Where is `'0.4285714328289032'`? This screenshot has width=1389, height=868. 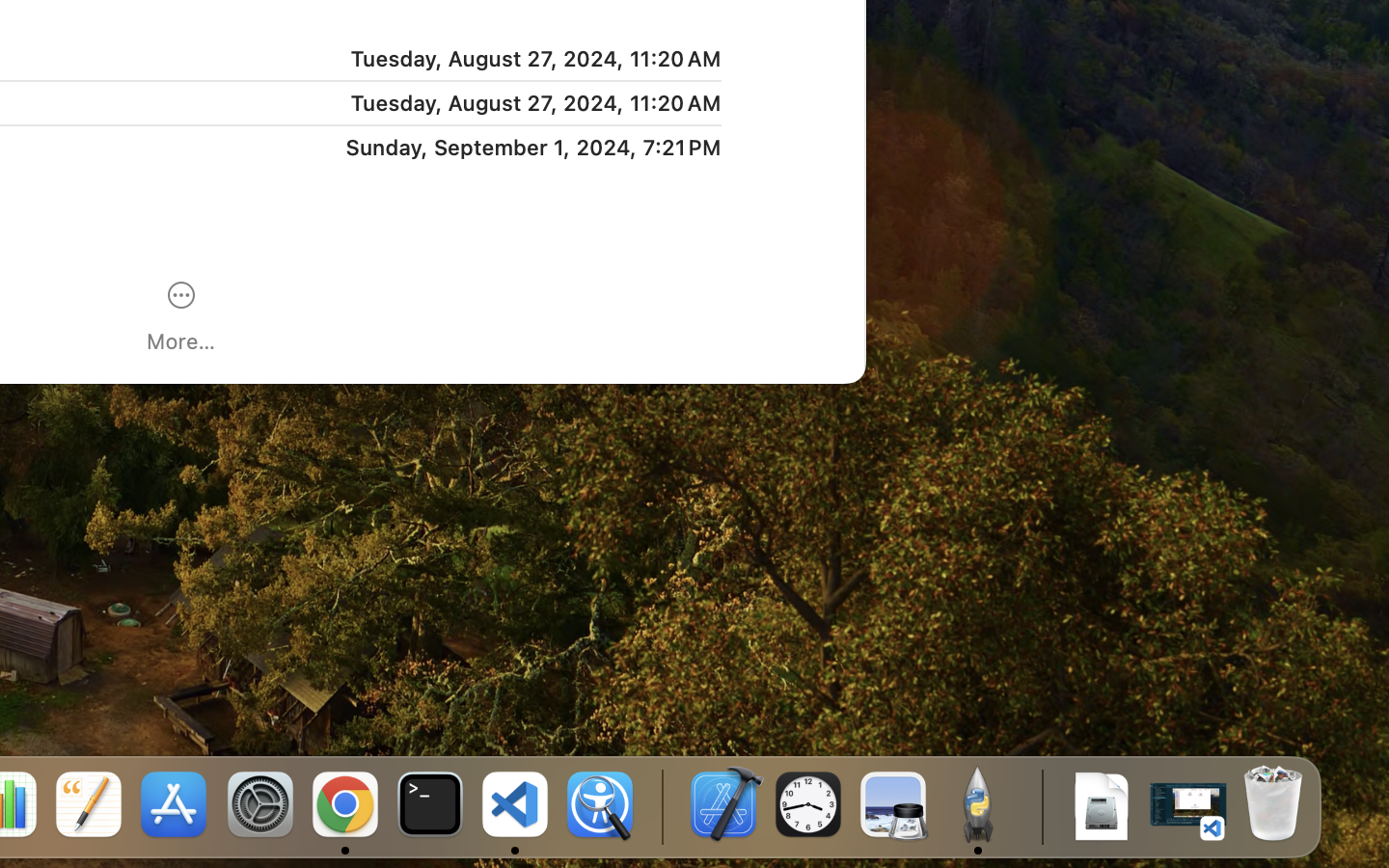 '0.4285714328289032' is located at coordinates (661, 805).